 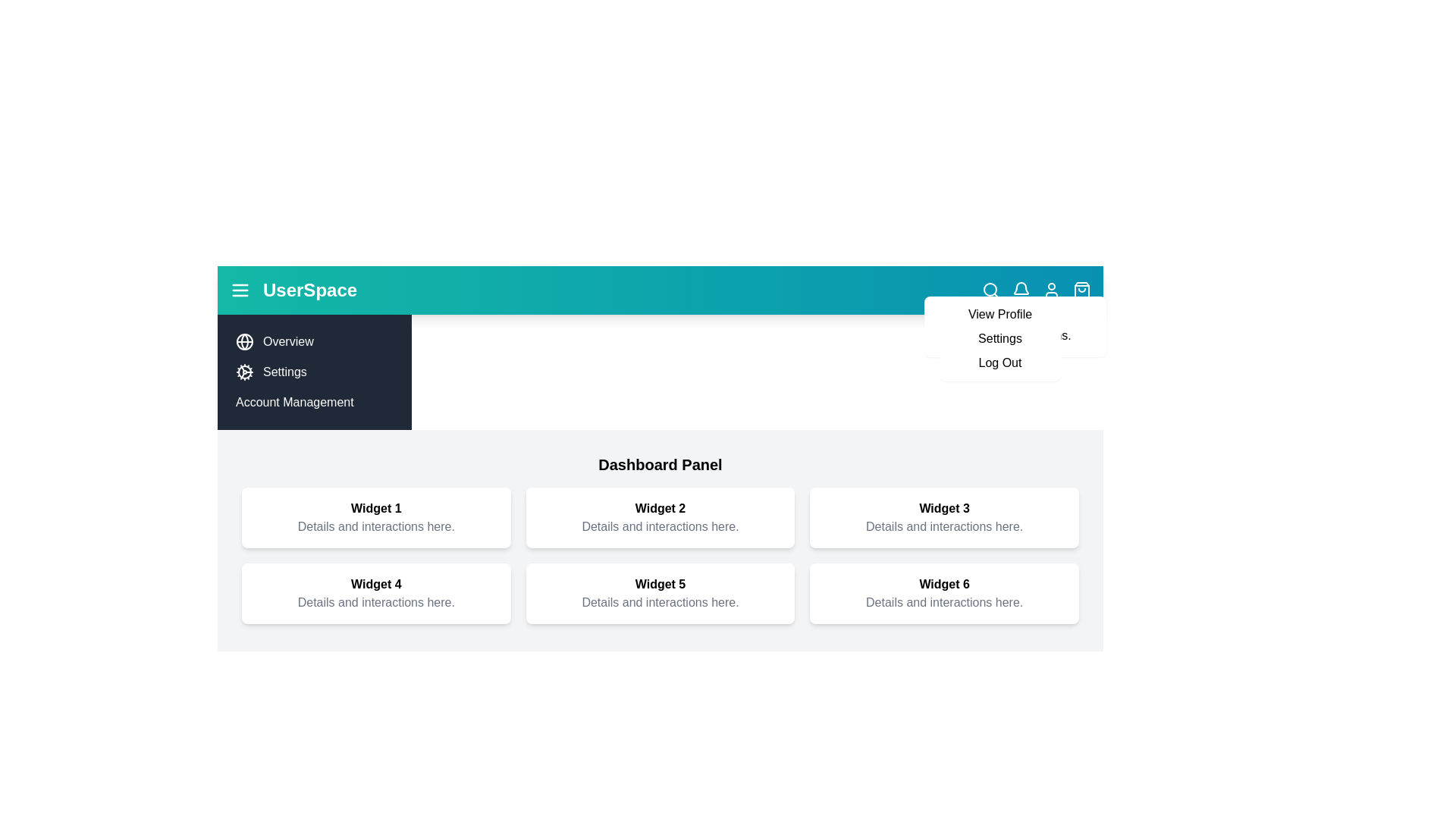 What do you see at coordinates (943, 516) in the screenshot?
I see `the third card in the top row of the three-column grid layout that provides information about 'Widget 3'` at bounding box center [943, 516].